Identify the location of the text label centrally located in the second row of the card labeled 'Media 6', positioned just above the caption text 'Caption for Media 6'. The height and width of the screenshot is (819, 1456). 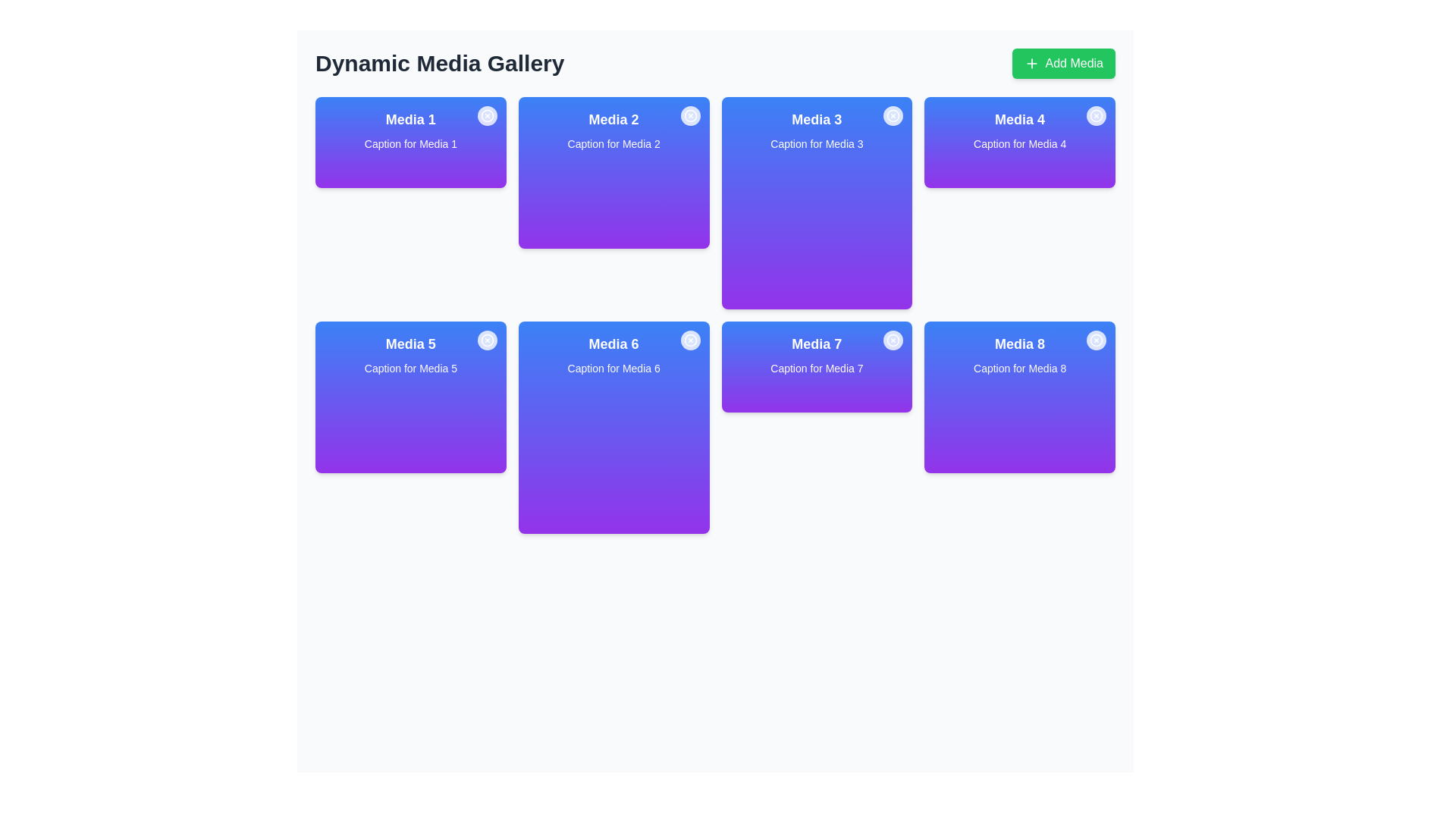
(613, 344).